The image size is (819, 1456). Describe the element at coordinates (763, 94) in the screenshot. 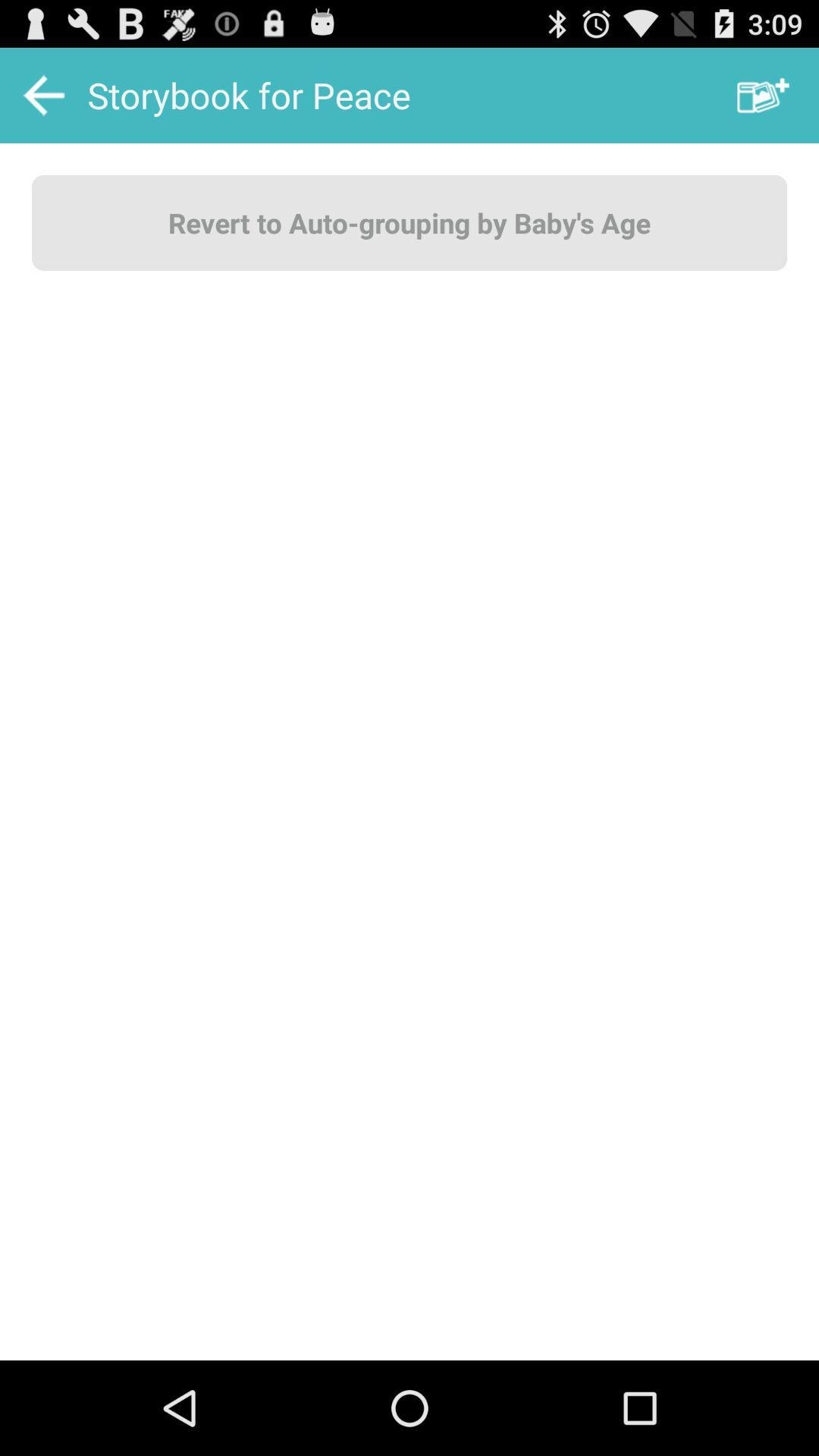

I see `icon next to the storybook for peace icon` at that location.